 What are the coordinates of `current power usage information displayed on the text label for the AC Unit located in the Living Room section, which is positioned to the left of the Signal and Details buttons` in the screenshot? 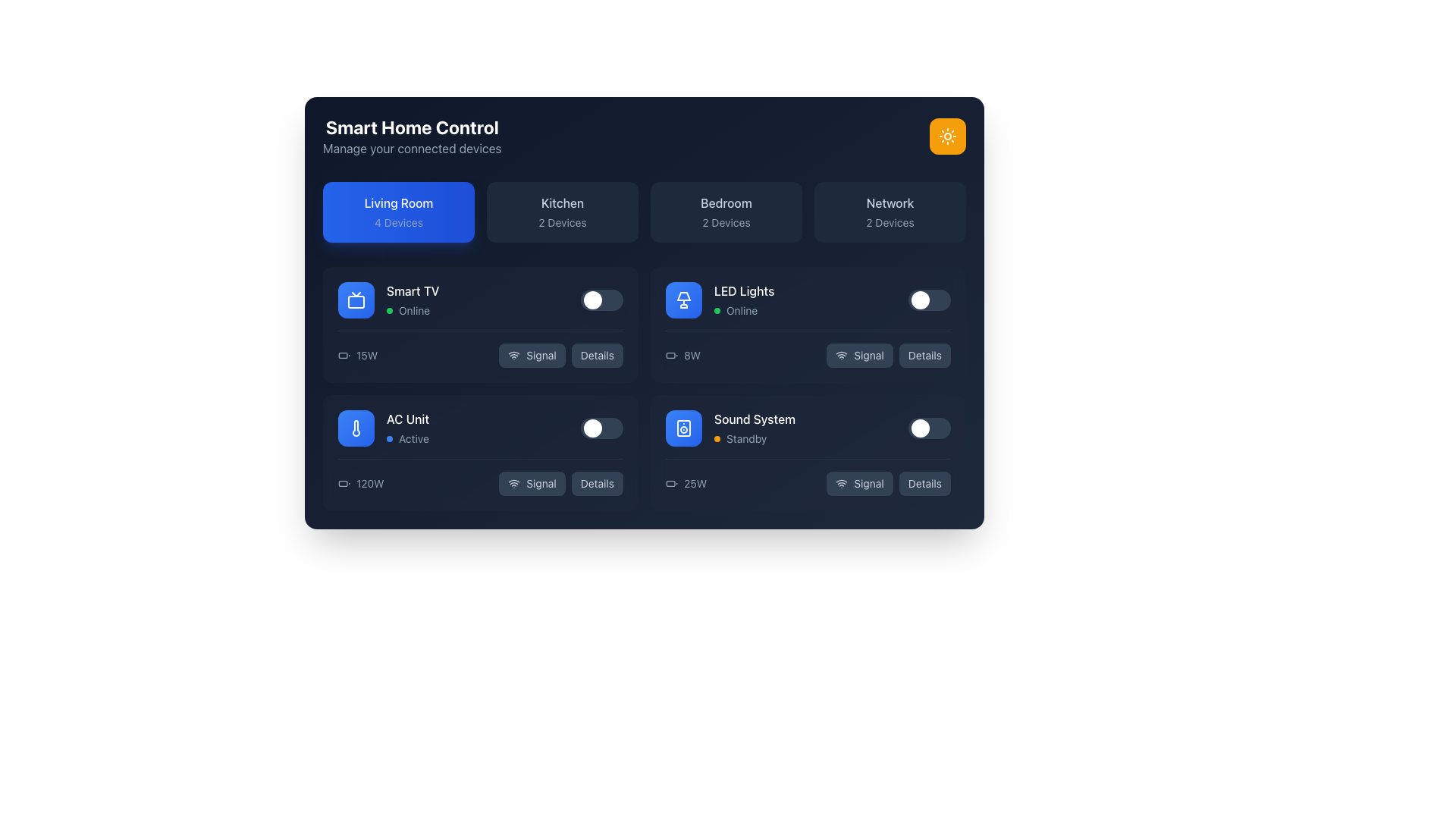 It's located at (360, 483).